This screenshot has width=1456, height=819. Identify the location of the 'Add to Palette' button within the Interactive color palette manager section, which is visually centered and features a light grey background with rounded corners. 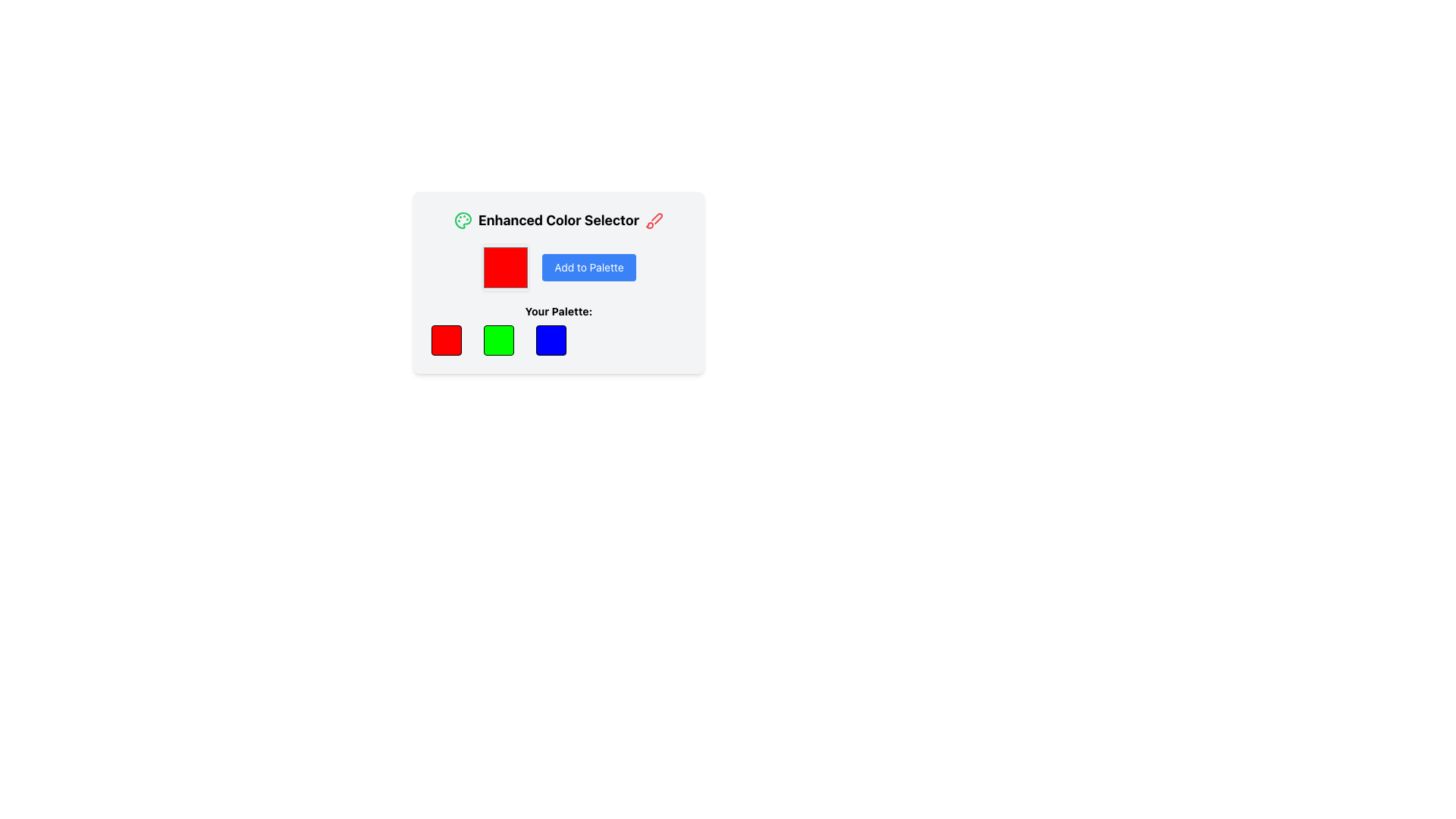
(558, 283).